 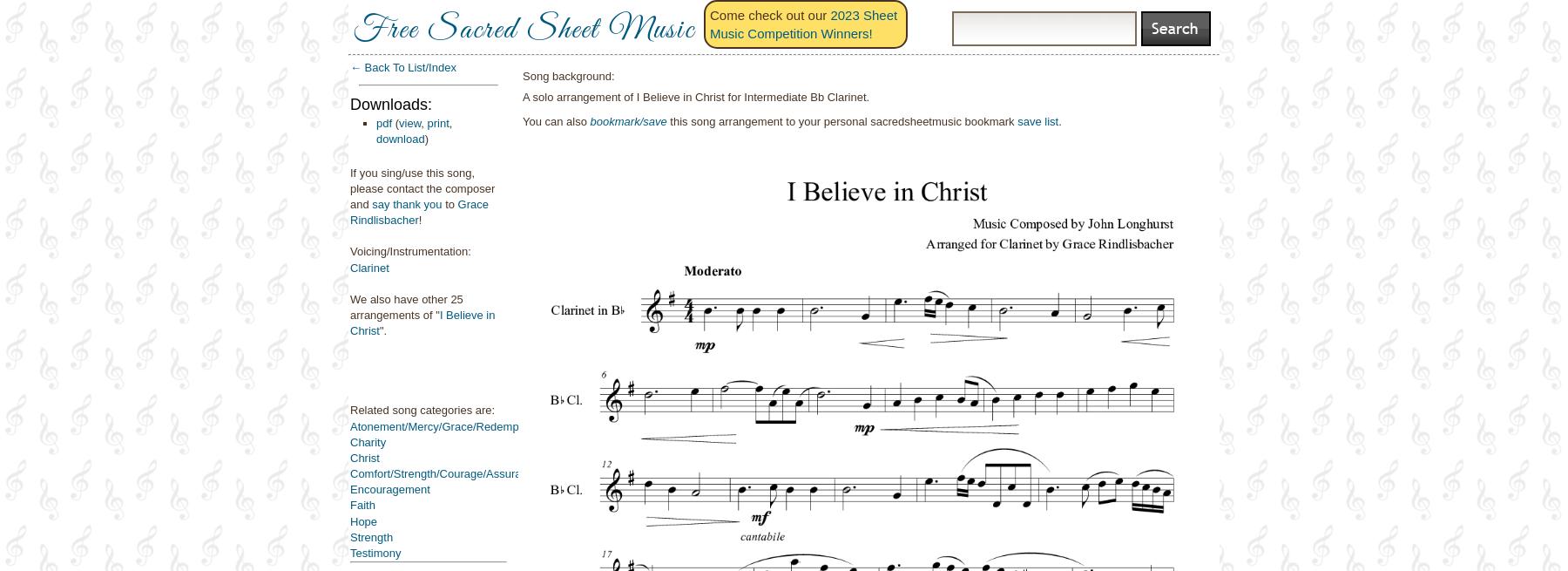 I want to click on 'Comfort/Strength/Courage/Assurance', so click(x=443, y=472).